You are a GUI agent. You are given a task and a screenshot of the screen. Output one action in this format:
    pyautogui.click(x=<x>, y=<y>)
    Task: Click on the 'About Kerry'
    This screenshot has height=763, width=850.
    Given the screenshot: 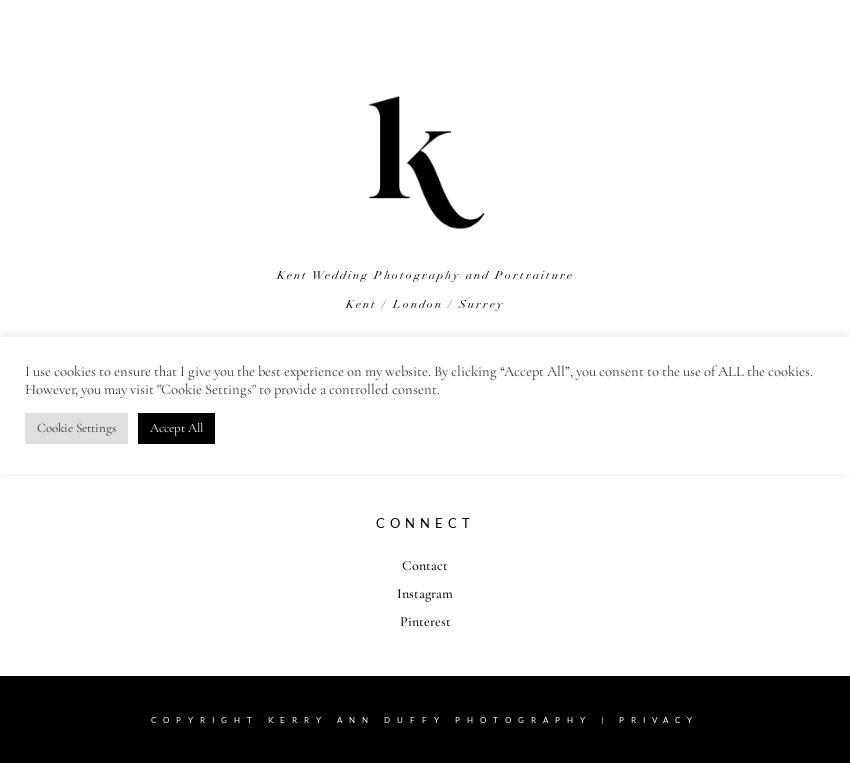 What is the action you would take?
    pyautogui.click(x=425, y=462)
    